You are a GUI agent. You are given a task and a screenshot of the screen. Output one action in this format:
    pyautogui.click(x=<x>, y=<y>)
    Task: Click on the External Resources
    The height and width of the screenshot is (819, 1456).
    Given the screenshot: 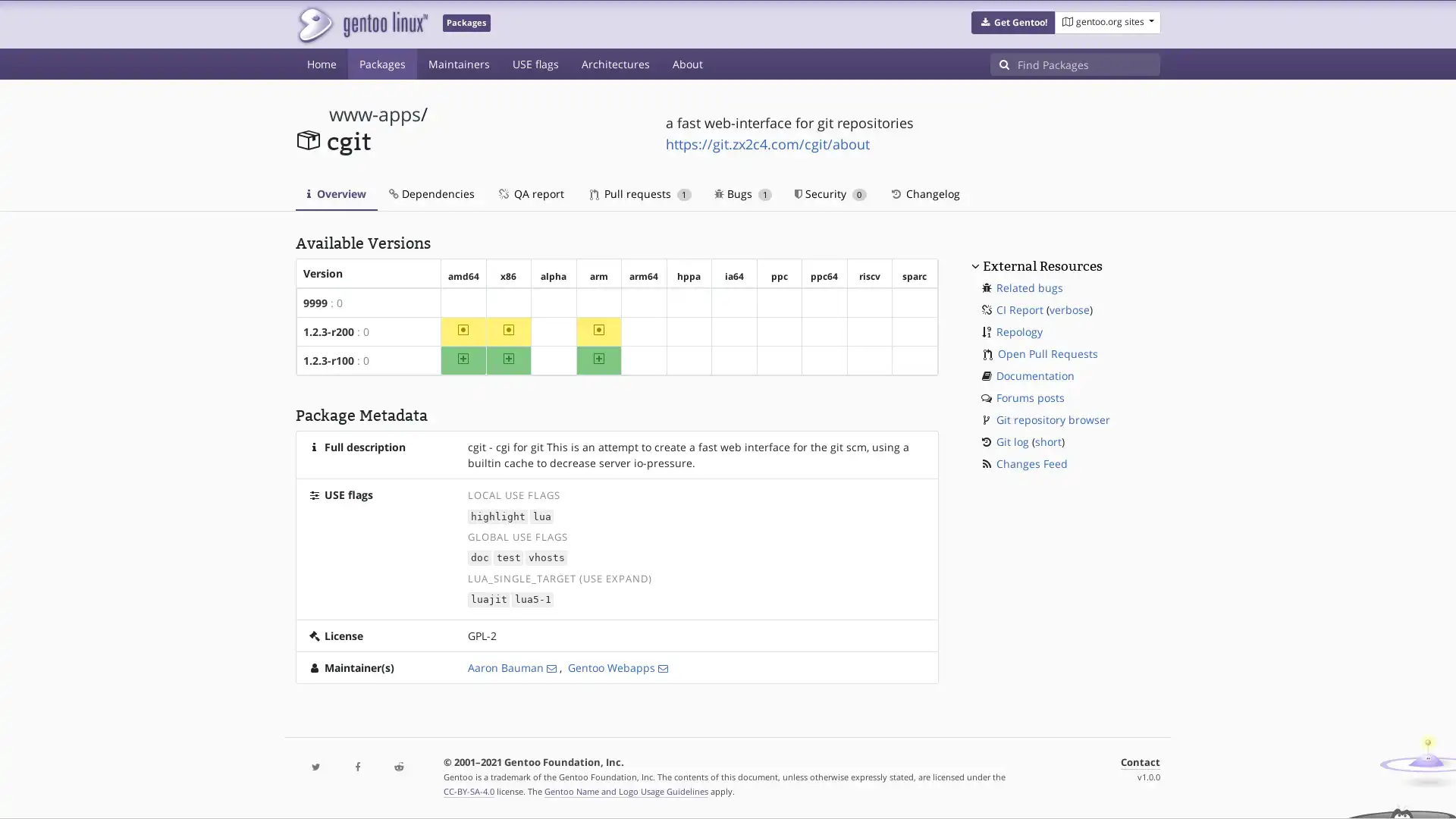 What is the action you would take?
    pyautogui.click(x=1040, y=265)
    